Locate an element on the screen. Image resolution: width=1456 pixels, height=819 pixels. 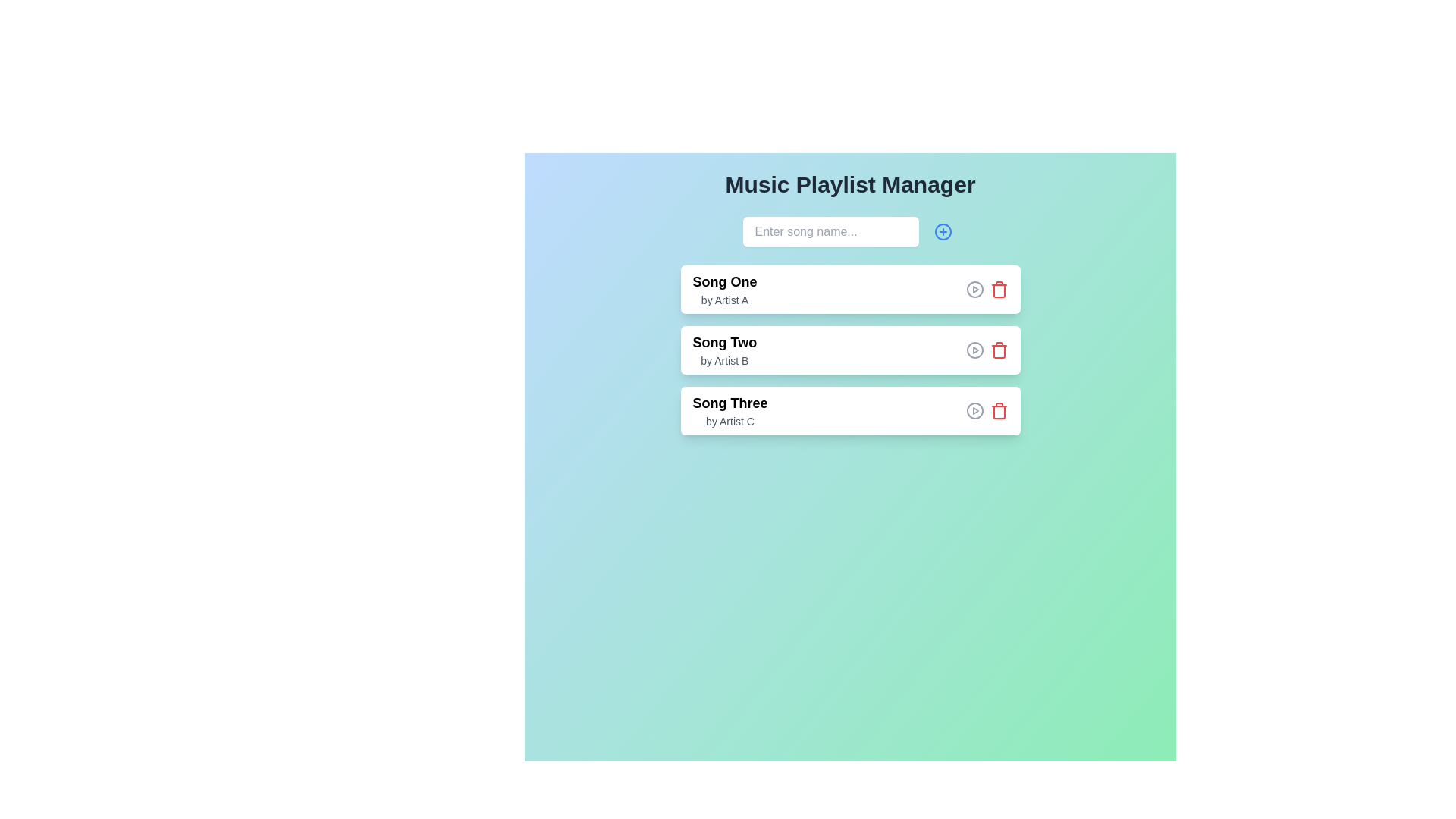
the text element that displays the title and artist of a song, positioned as the second item in the music playlist manager interface, located between 'Song One' and 'Song Three' is located at coordinates (723, 350).